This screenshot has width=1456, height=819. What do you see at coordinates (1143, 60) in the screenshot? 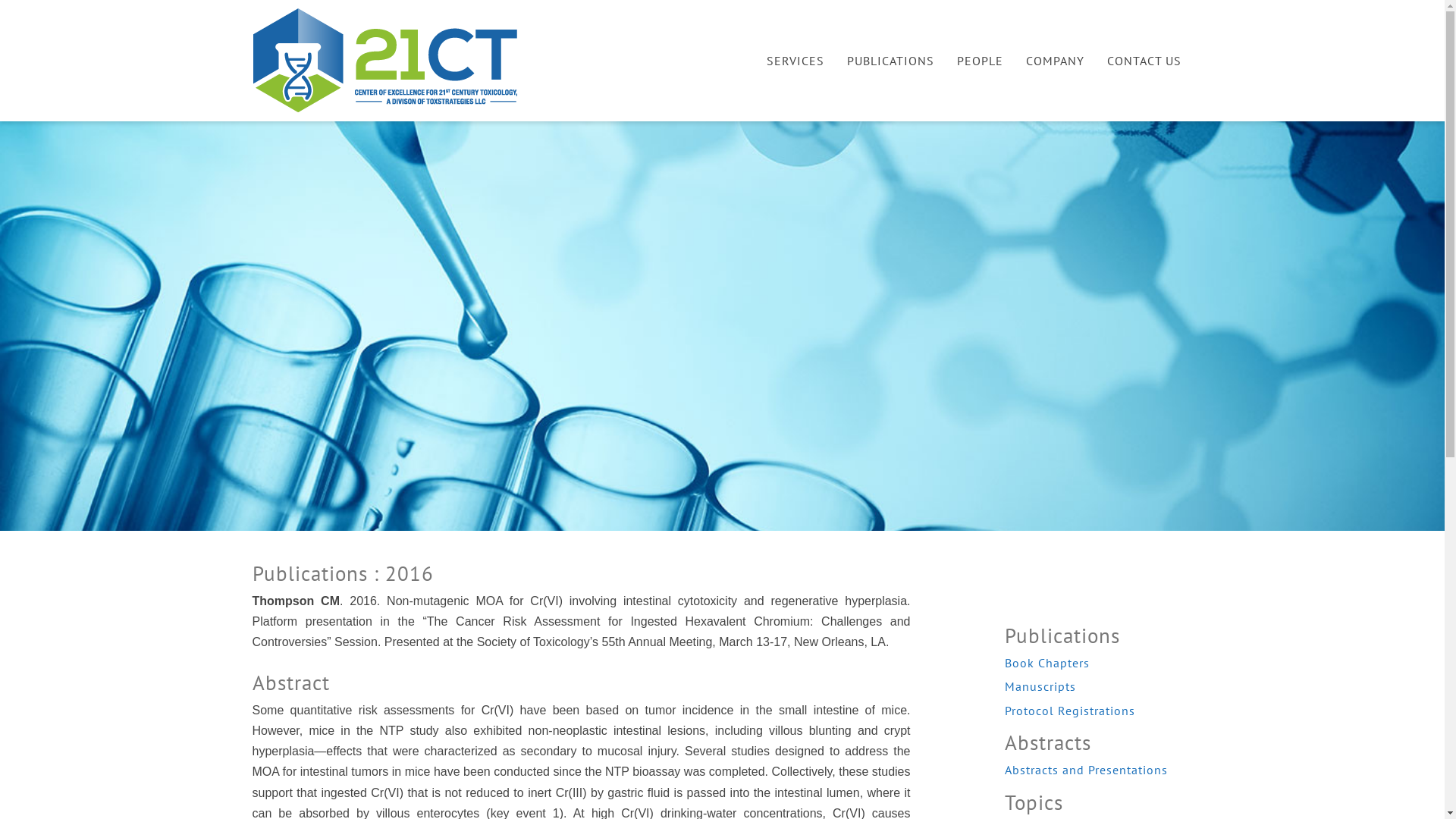
I see `'CONTACT US'` at bounding box center [1143, 60].